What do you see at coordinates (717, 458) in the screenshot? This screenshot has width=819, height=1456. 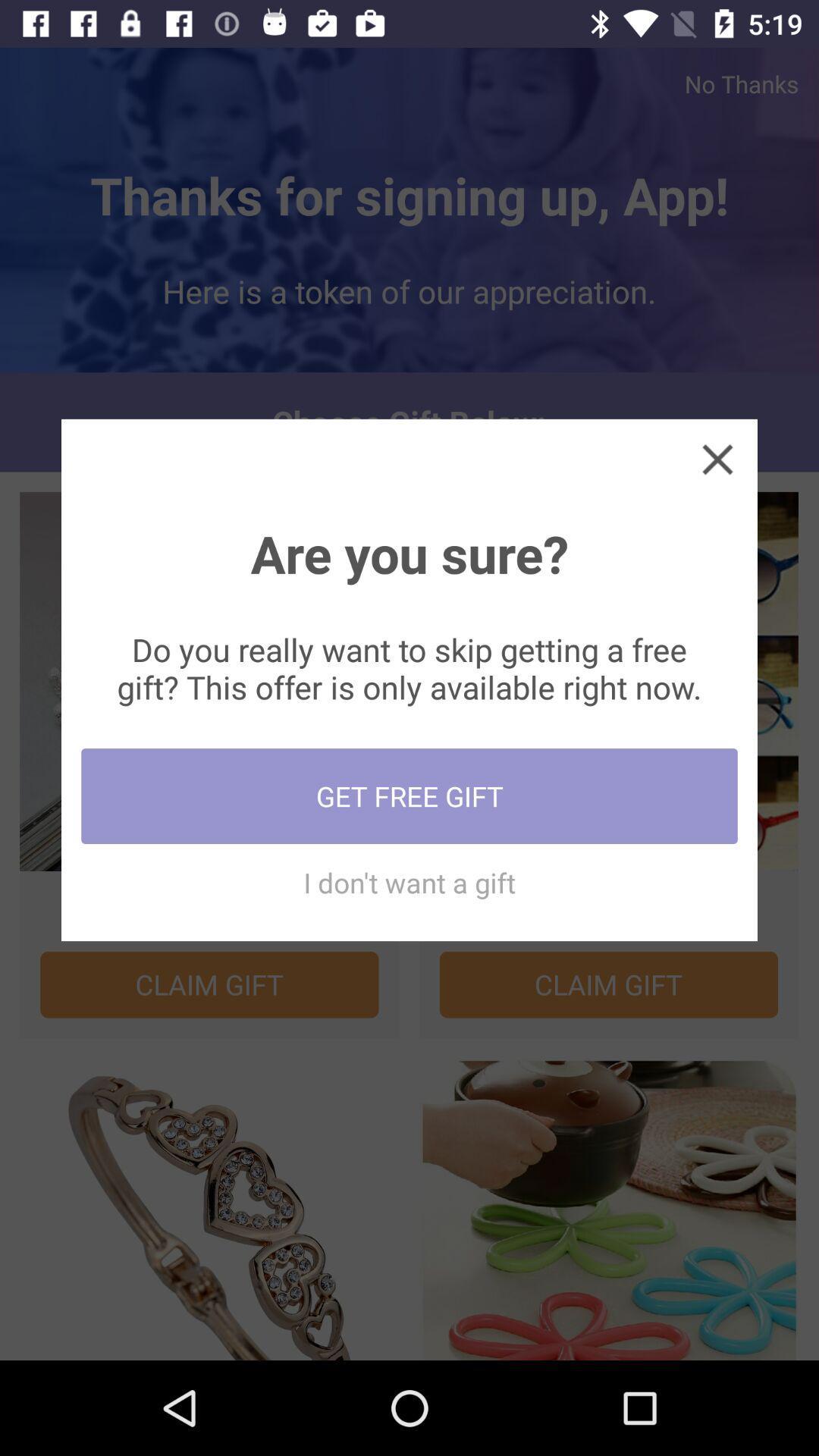 I see `go close` at bounding box center [717, 458].